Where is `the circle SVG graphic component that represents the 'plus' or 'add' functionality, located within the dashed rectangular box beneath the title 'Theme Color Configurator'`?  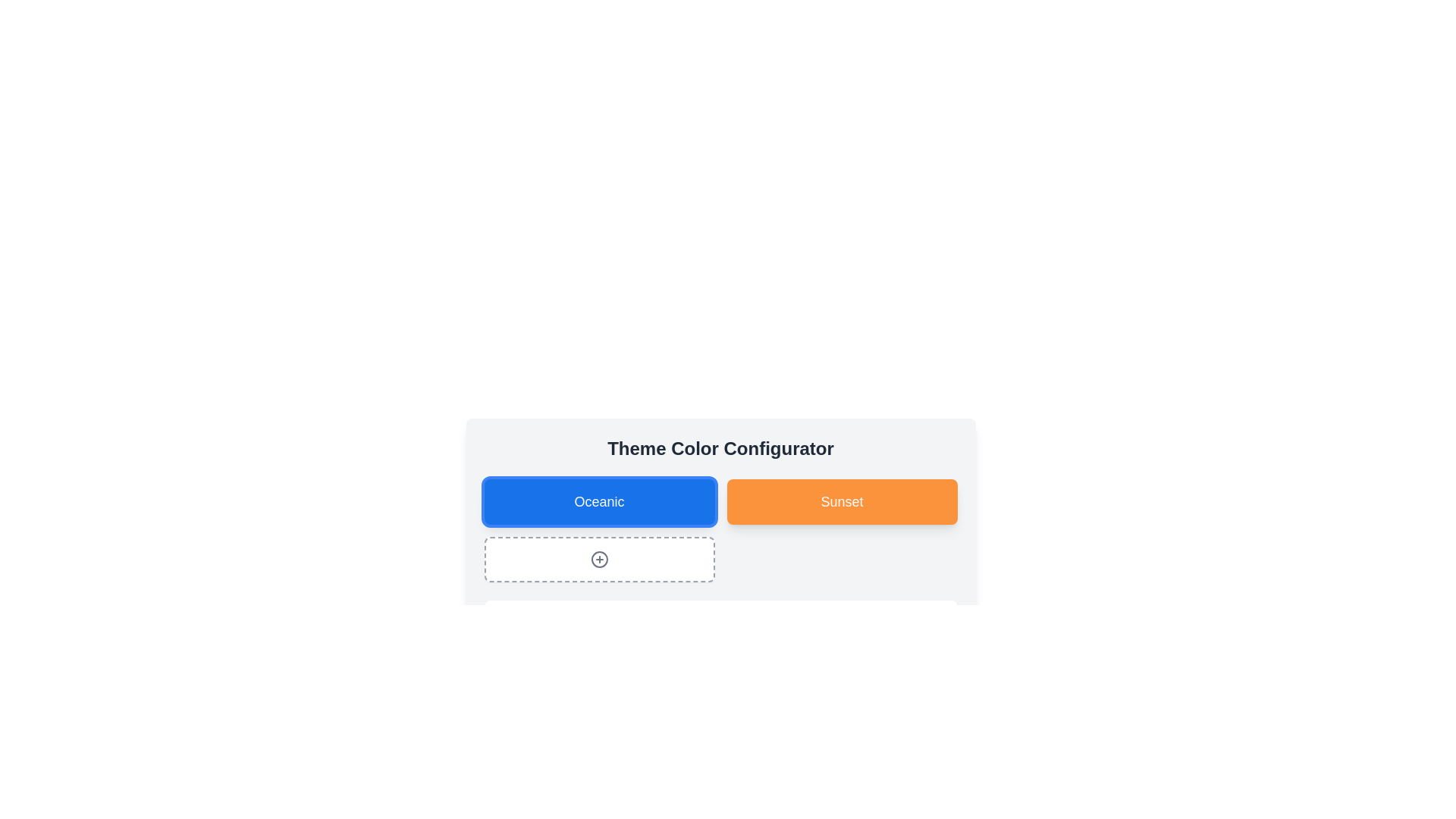
the circle SVG graphic component that represents the 'plus' or 'add' functionality, located within the dashed rectangular box beneath the title 'Theme Color Configurator' is located at coordinates (598, 559).